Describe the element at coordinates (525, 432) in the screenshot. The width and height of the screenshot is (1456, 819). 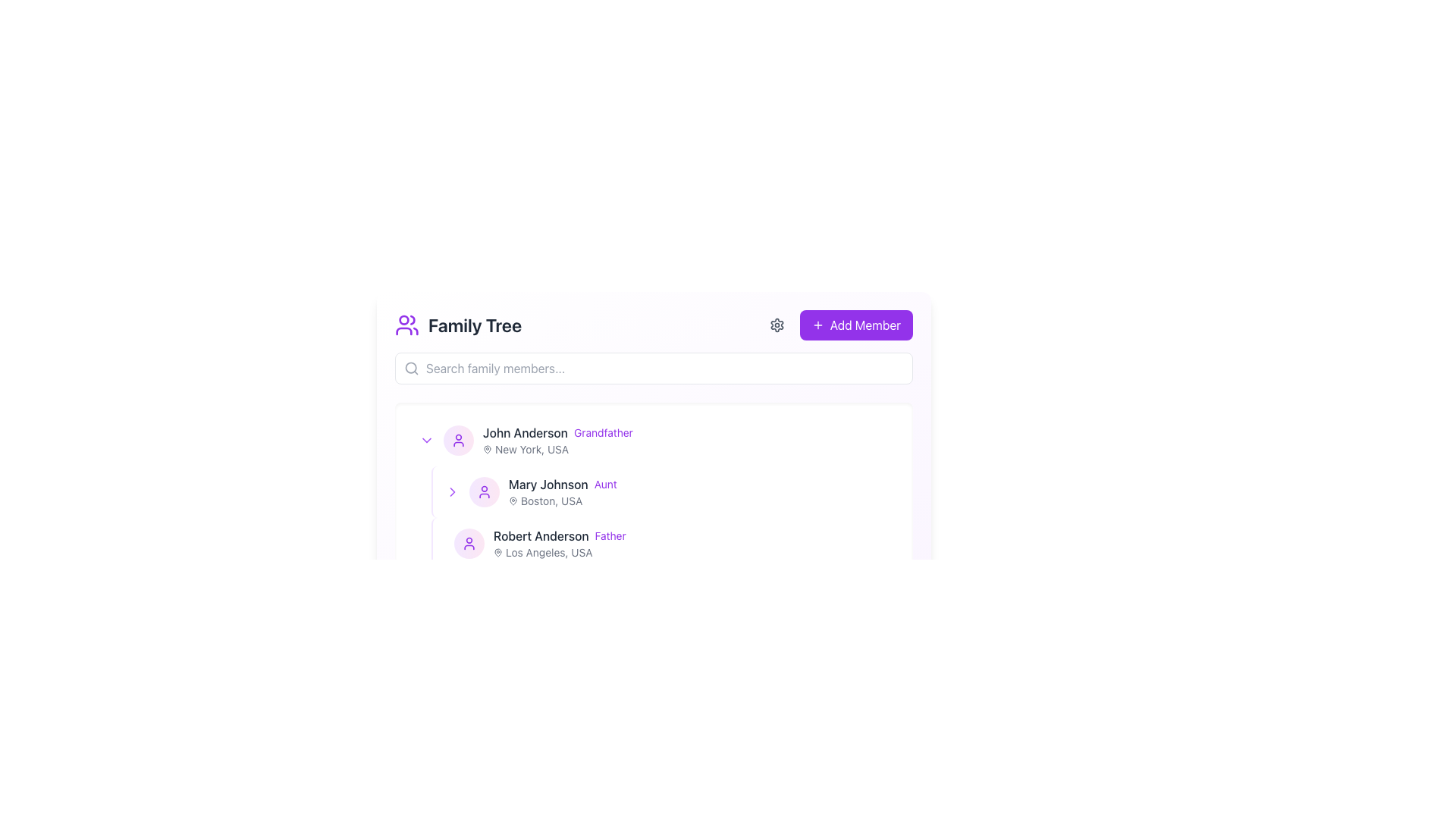
I see `the text label identifying 'John Anderson' in the family tree, located on the left side of the interface, adjacent to the label 'Grandfather.'` at that location.